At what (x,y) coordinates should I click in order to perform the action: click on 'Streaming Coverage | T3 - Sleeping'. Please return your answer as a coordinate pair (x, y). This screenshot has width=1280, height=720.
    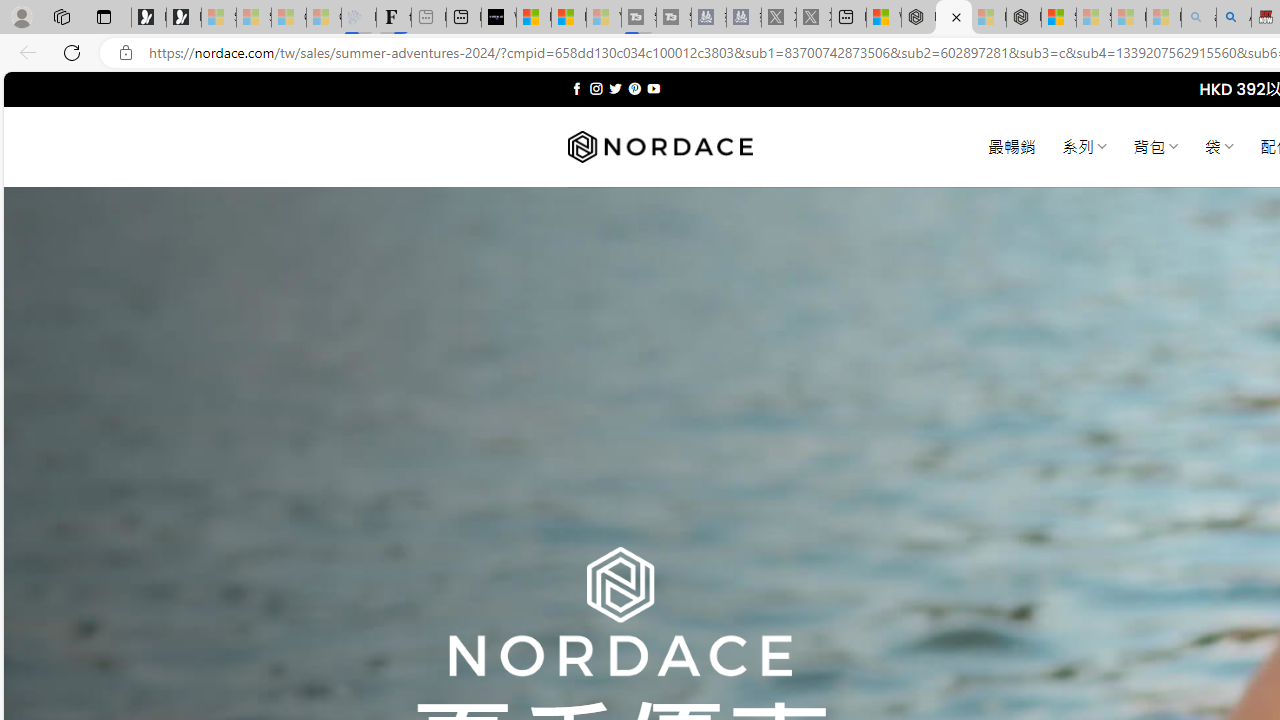
    Looking at the image, I should click on (638, 17).